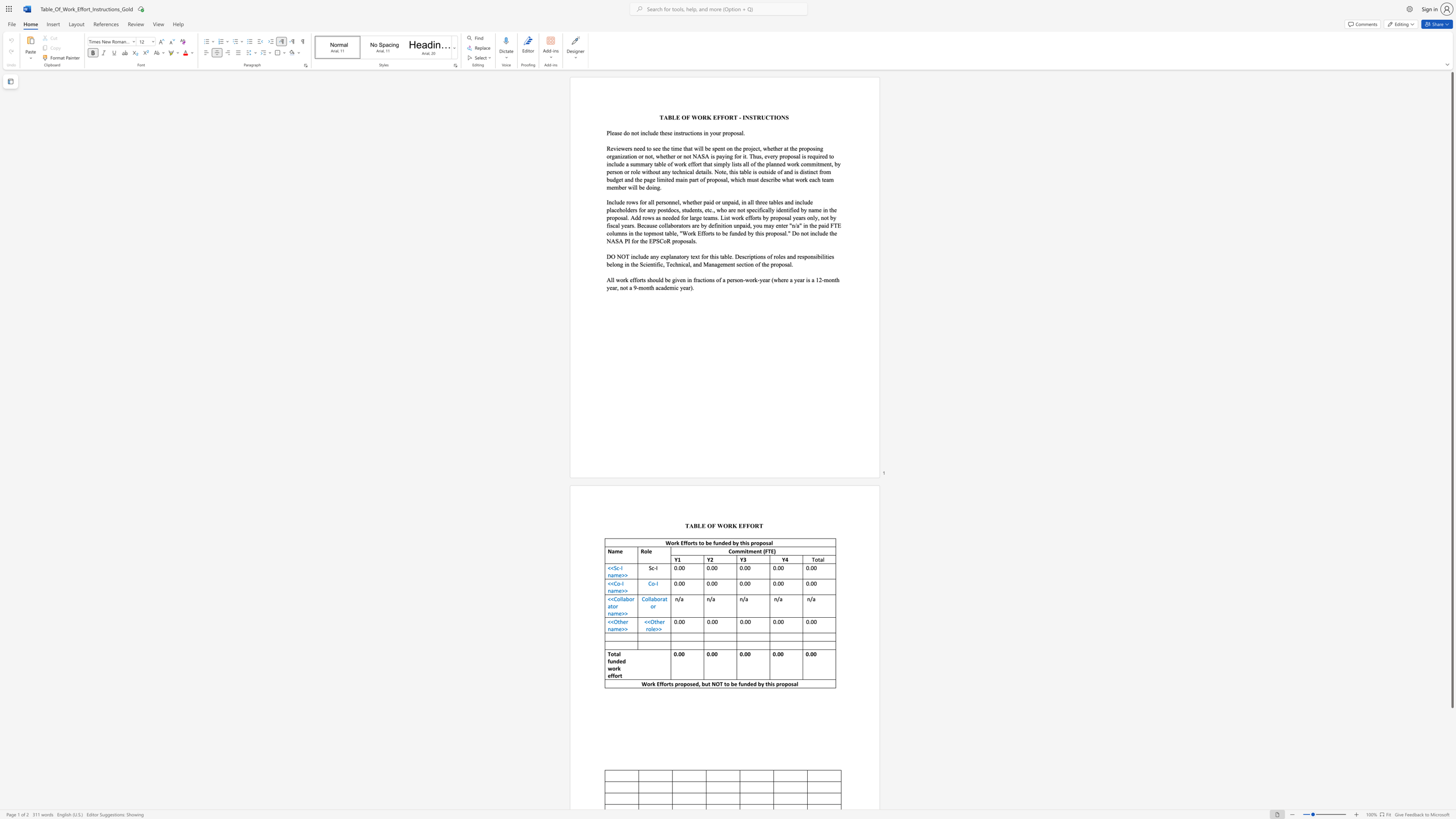 The image size is (1456, 819). Describe the element at coordinates (1451, 773) in the screenshot. I see `the scrollbar on the right to shift the page lower` at that location.